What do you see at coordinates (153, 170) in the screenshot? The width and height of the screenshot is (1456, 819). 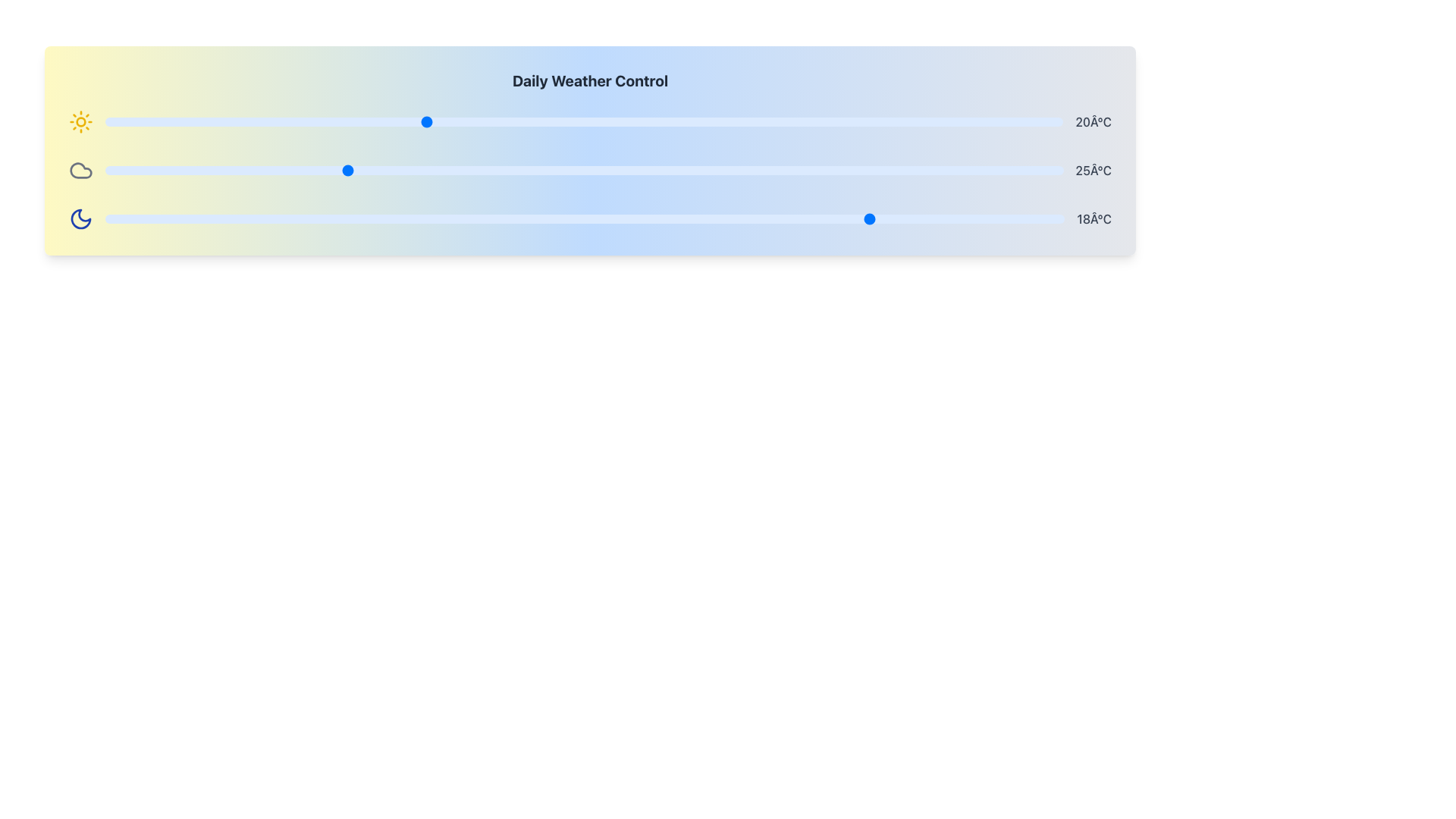 I see `the temperature` at bounding box center [153, 170].